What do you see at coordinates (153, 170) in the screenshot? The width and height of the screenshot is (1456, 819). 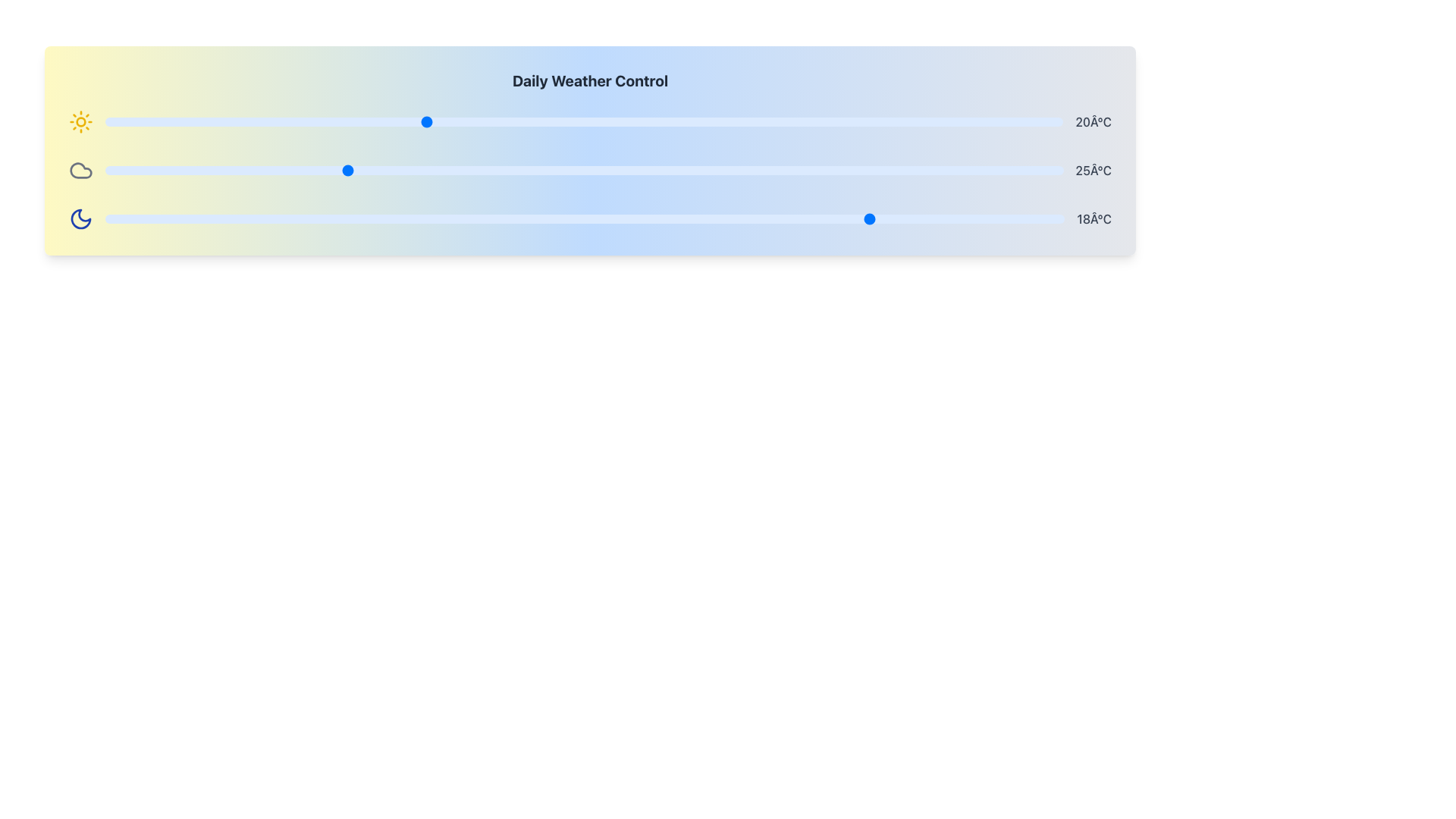 I see `the temperature` at bounding box center [153, 170].